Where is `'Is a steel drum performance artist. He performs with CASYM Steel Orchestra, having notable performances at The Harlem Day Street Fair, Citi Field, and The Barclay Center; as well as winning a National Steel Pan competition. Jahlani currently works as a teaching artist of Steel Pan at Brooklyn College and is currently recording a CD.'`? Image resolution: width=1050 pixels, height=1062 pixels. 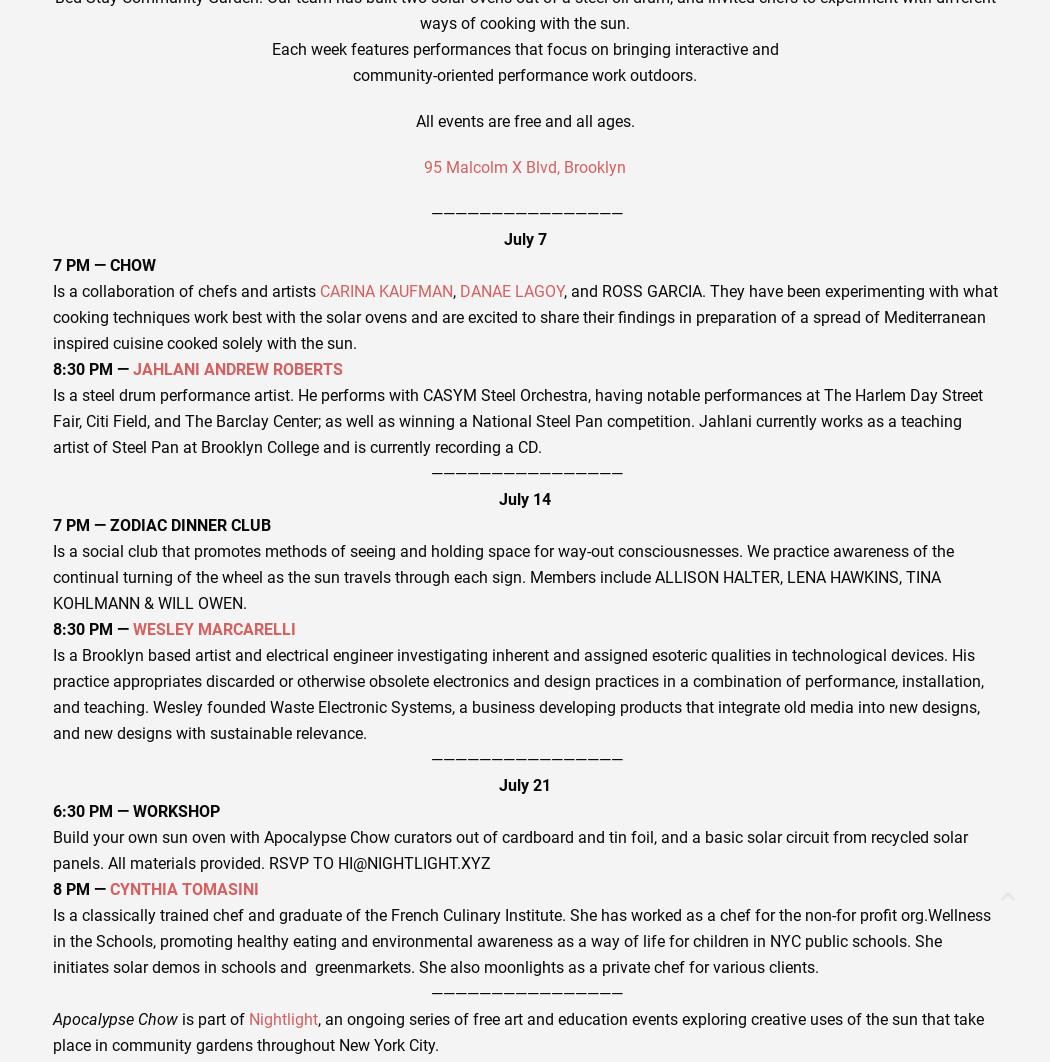
'Is a steel drum performance artist. He performs with CASYM Steel Orchestra, having notable performances at The Harlem Day Street Fair, Citi Field, and The Barclay Center; as well as winning a National Steel Pan competition. Jahlani currently works as a teaching artist of Steel Pan at Brooklyn College and is currently recording a CD.' is located at coordinates (516, 419).